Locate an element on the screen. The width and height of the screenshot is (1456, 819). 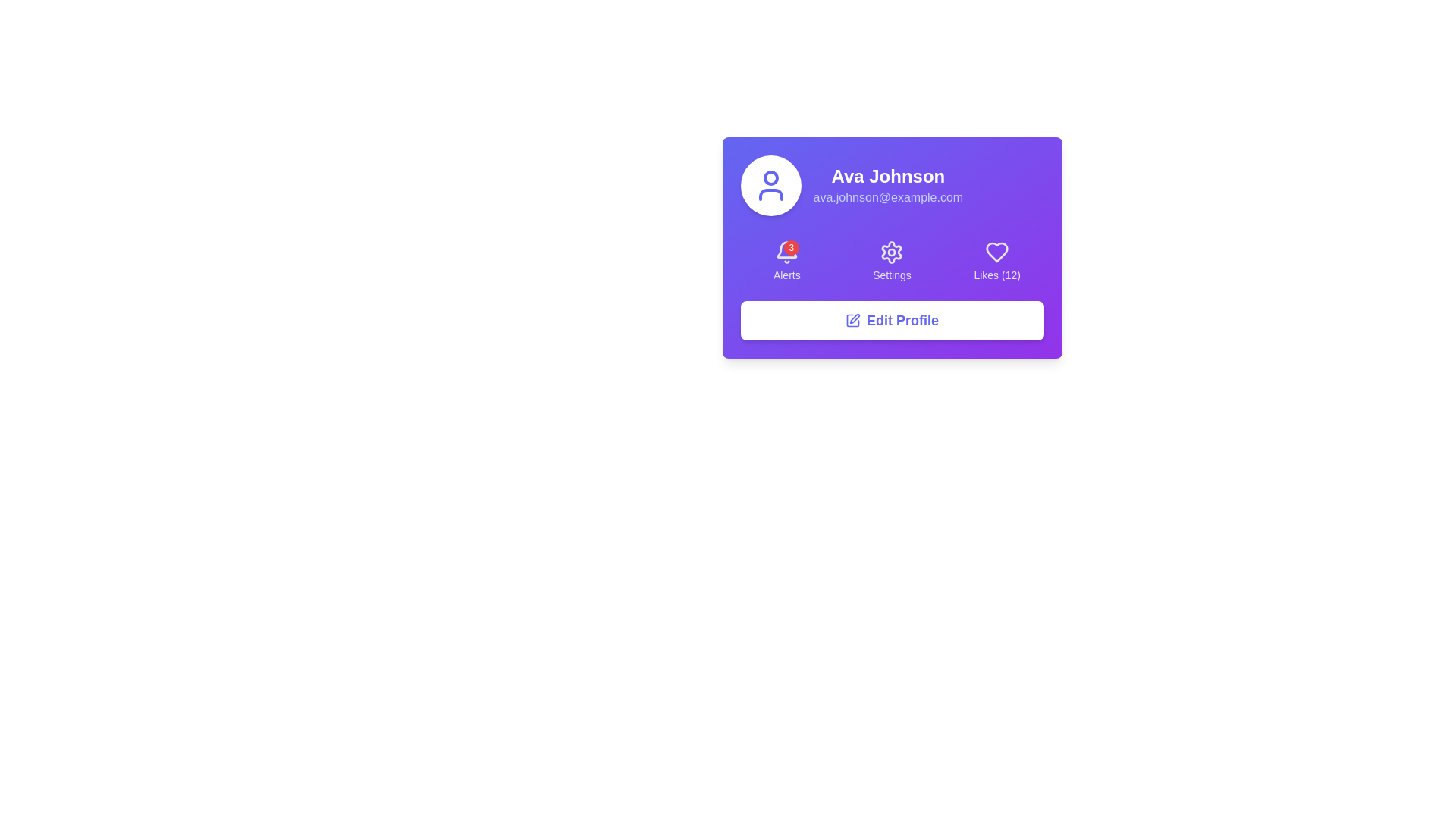
the 'Alerts' section of the multi-functional navigation bar, which features a bell icon and is styled with a gradient background is located at coordinates (892, 260).